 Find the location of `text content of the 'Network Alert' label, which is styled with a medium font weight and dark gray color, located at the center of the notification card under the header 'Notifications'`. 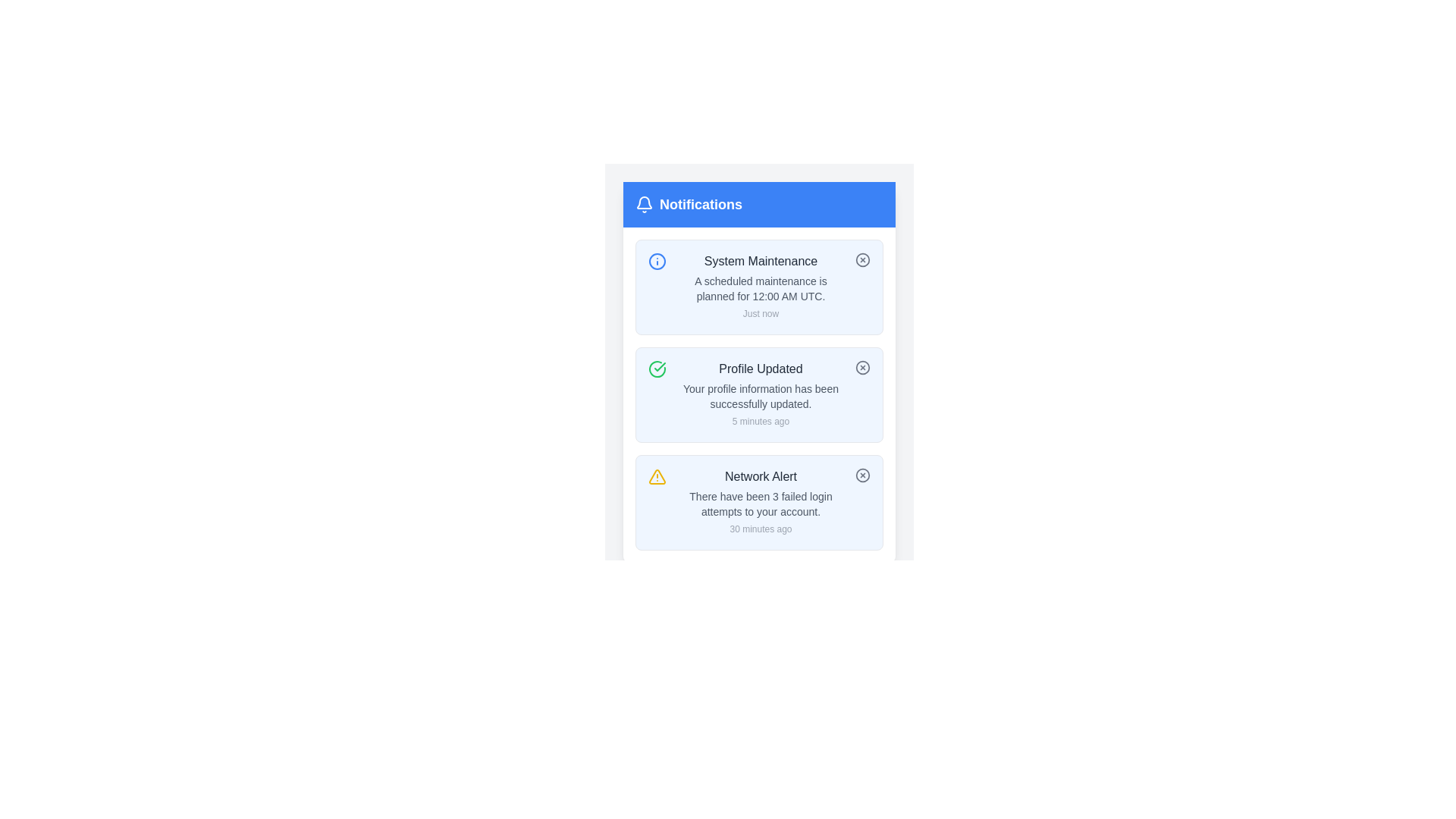

text content of the 'Network Alert' label, which is styled with a medium font weight and dark gray color, located at the center of the notification card under the header 'Notifications' is located at coordinates (761, 475).